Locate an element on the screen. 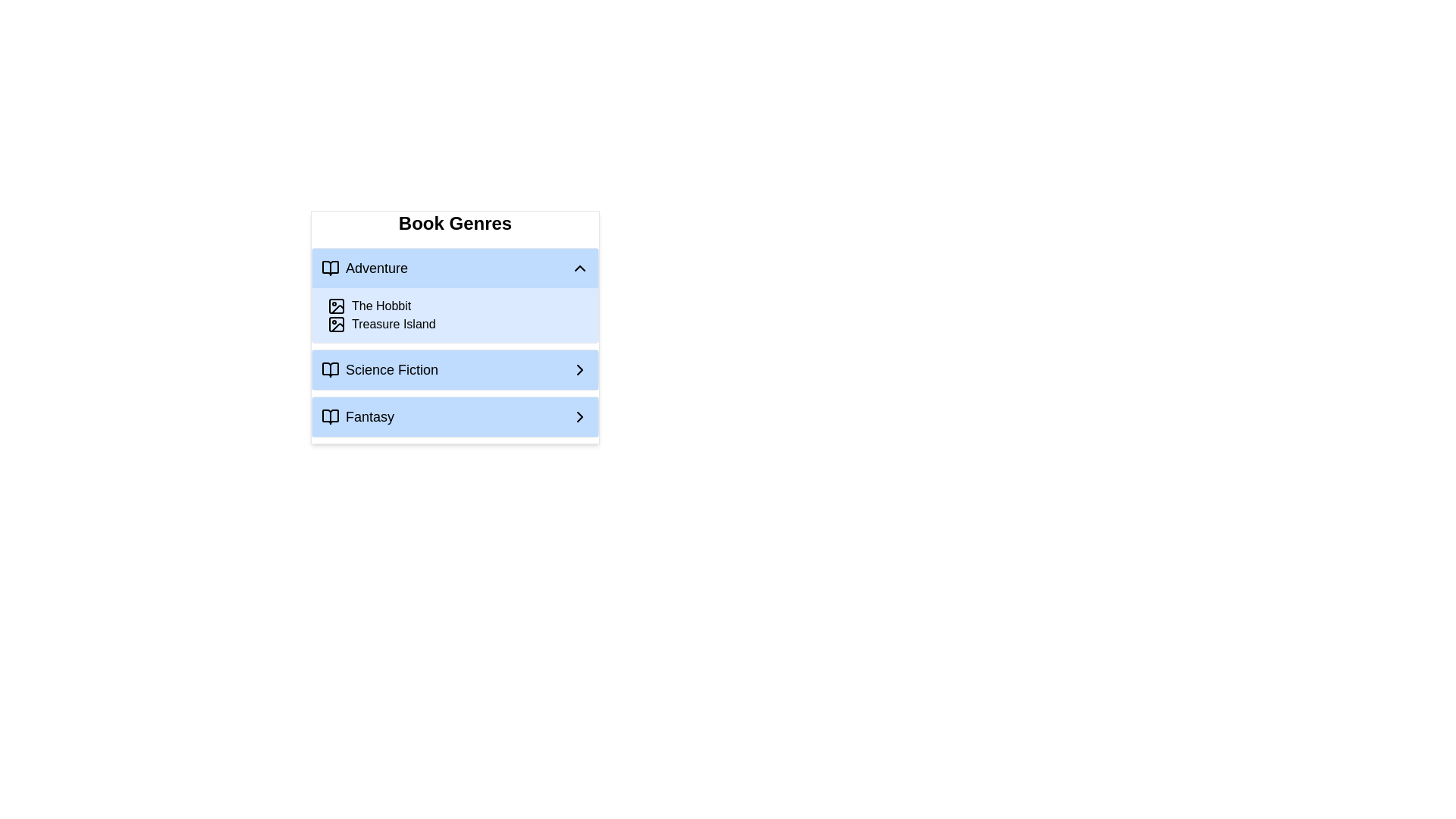 This screenshot has height=819, width=1456. the chevron arrow icon used for navigating the 'Science Fiction' category in the menu interface is located at coordinates (579, 370).